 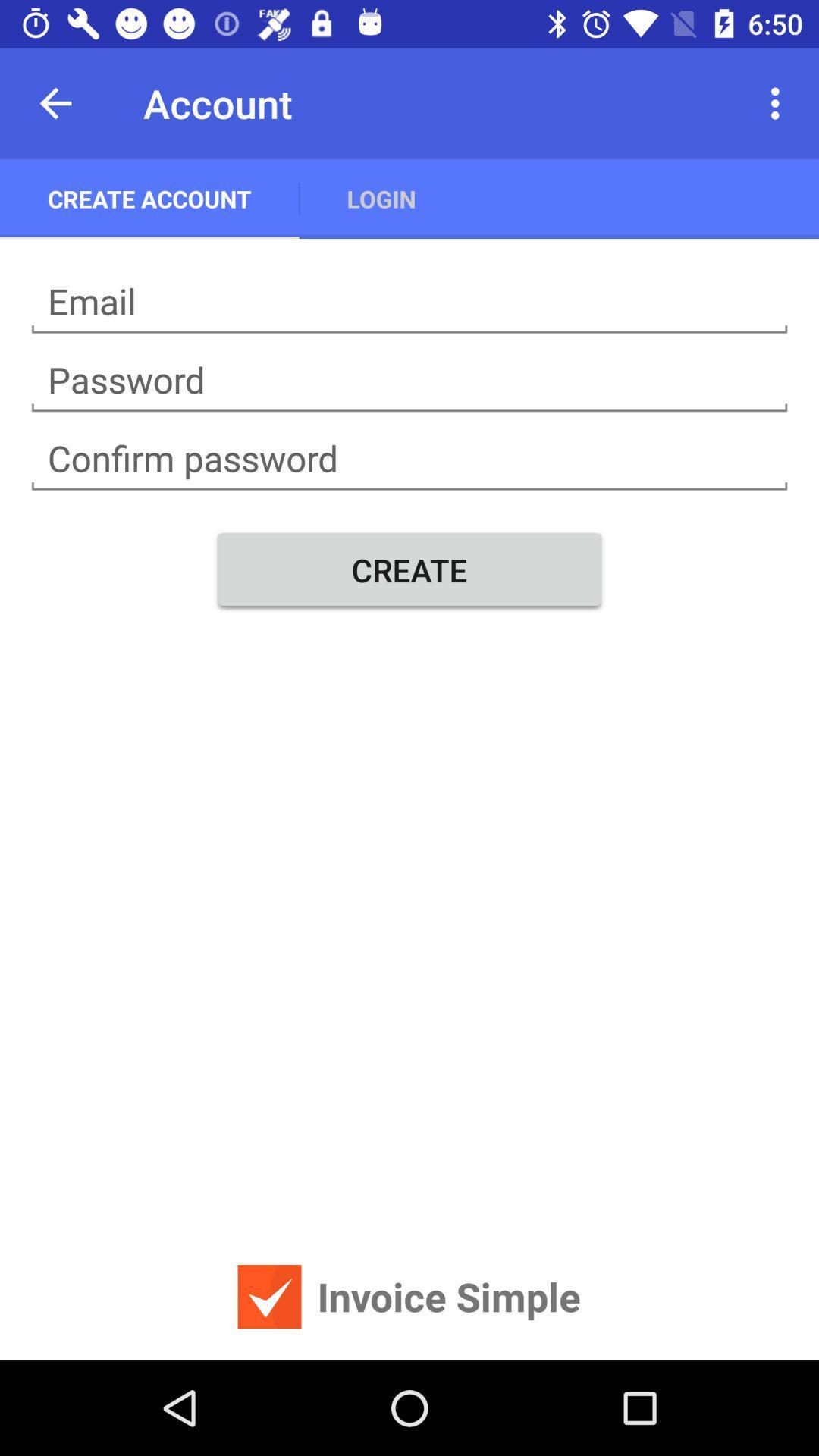 What do you see at coordinates (409, 302) in the screenshot?
I see `creat` at bounding box center [409, 302].